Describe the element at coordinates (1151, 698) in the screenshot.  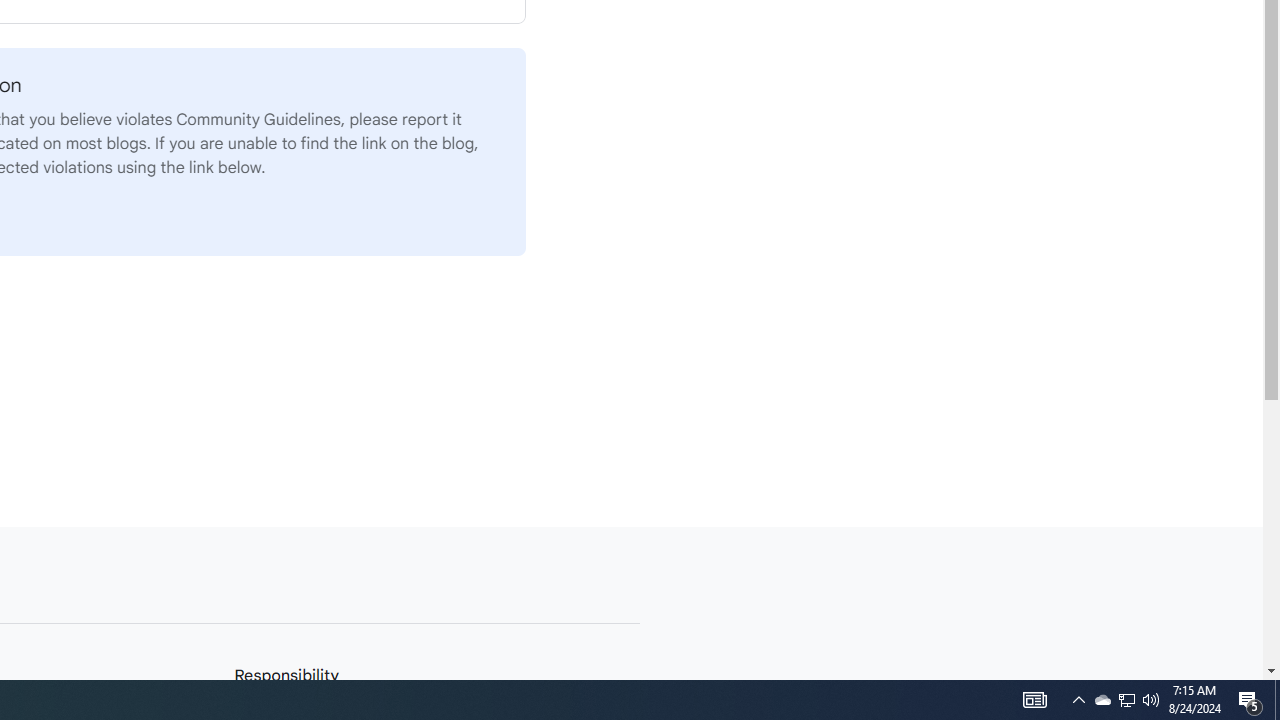
I see `'User Promoted Notification Area'` at that location.